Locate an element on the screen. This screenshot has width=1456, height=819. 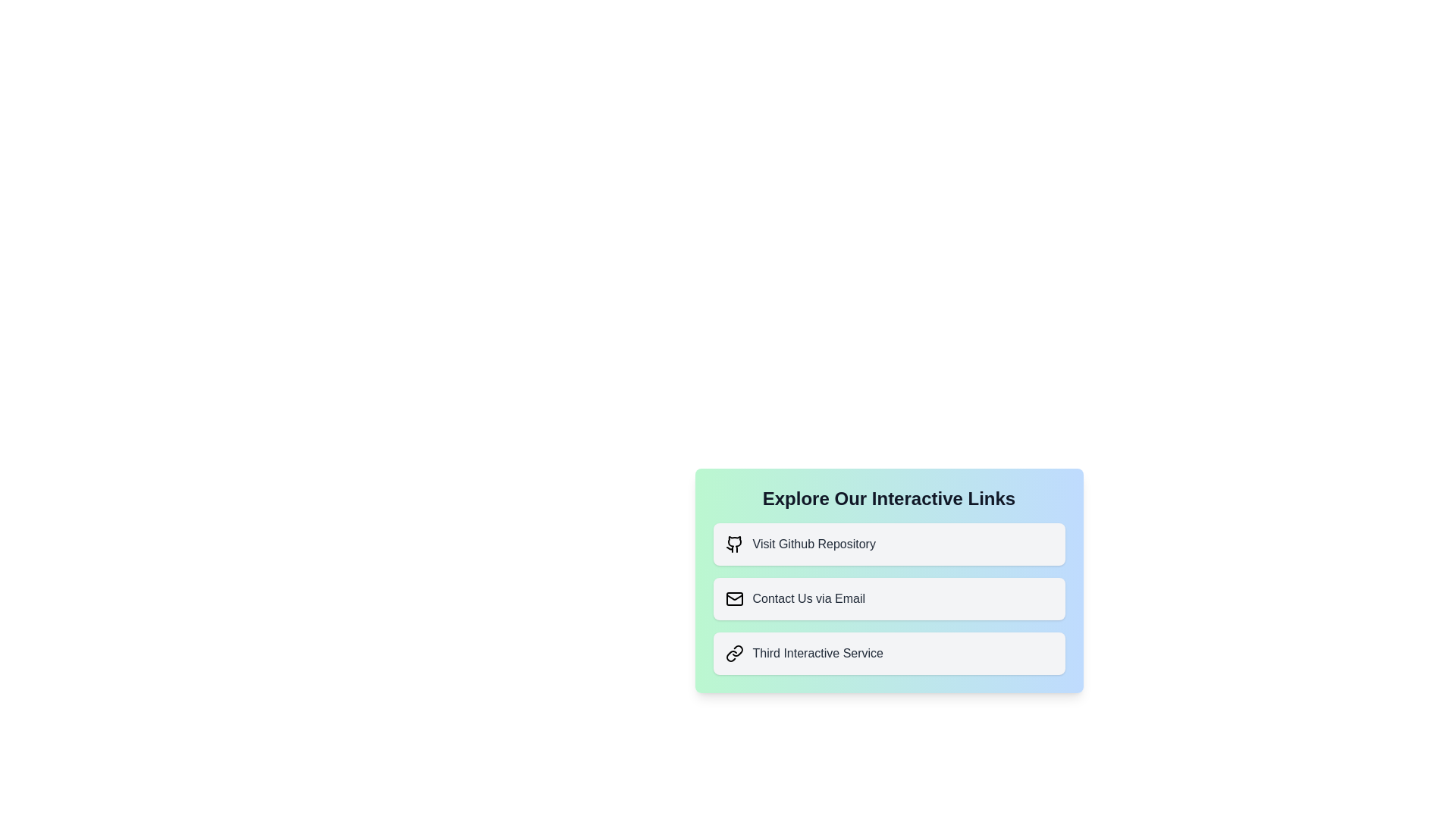
the interactive link that initiates a new email to 'info@company.com', which is the second item in a vertical list of options is located at coordinates (889, 598).